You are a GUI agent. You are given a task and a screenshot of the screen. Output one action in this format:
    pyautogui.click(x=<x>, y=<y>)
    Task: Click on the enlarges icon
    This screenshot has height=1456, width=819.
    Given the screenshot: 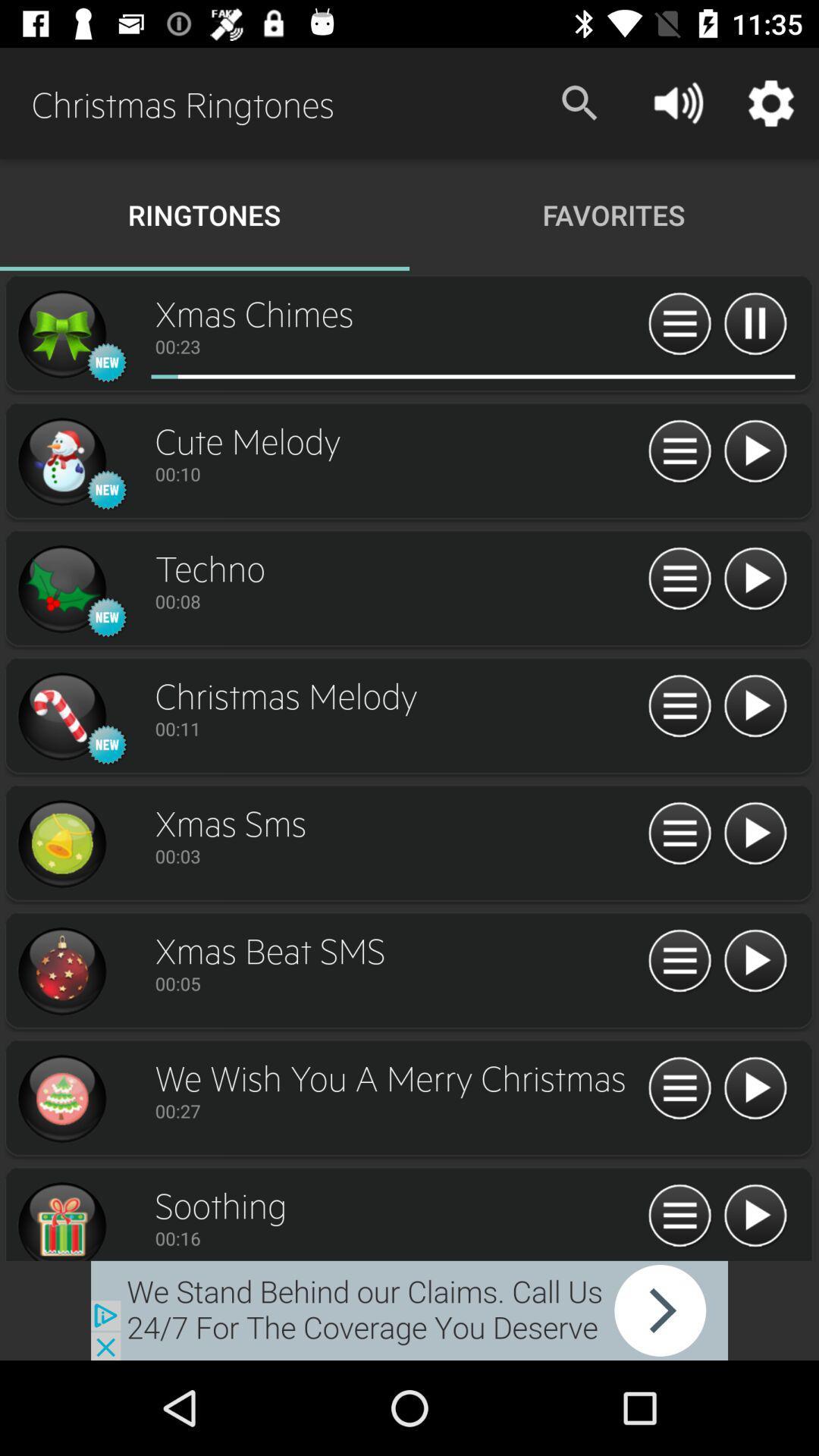 What is the action you would take?
    pyautogui.click(x=61, y=716)
    